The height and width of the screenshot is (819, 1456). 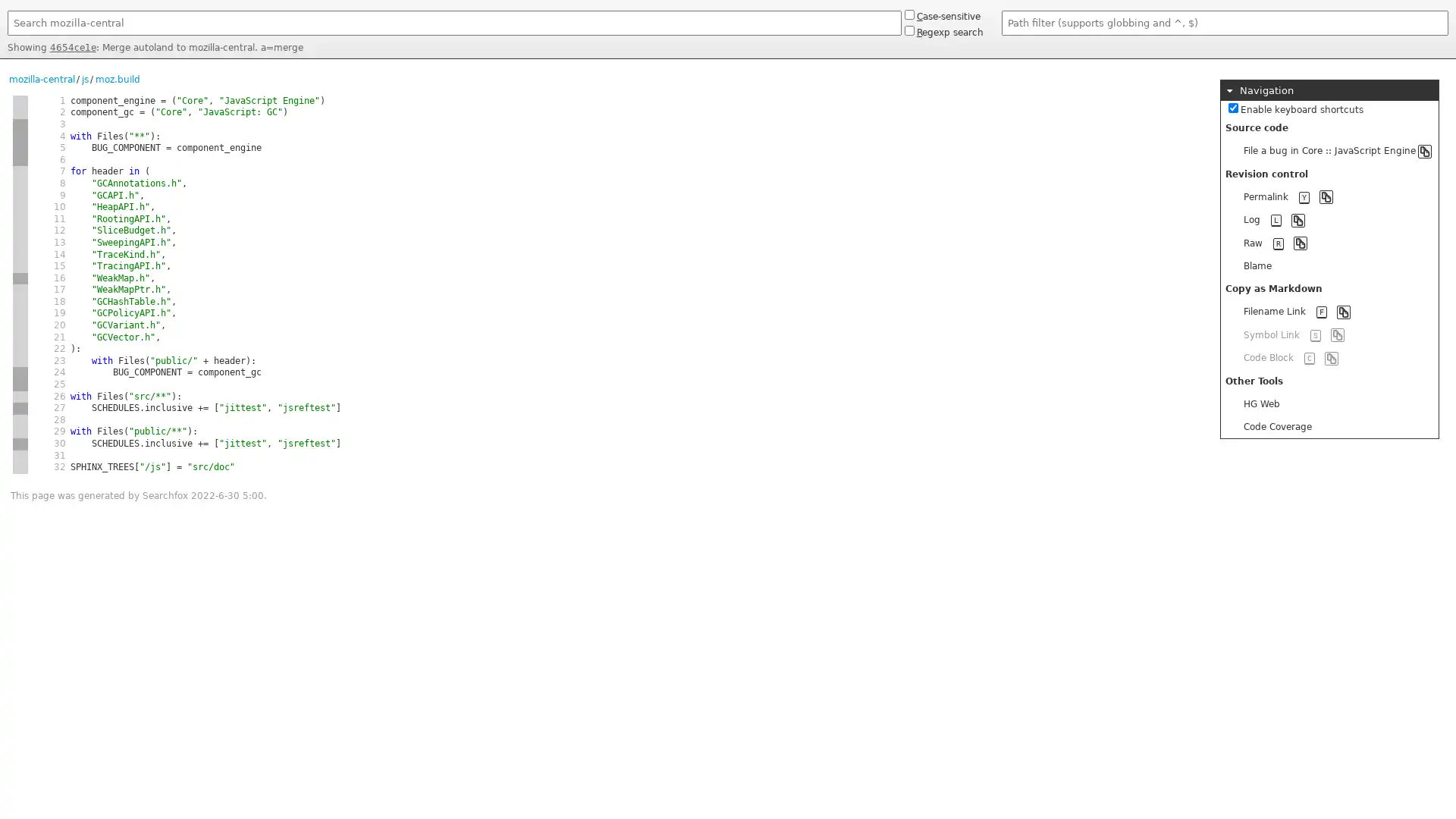 What do you see at coordinates (20, 349) in the screenshot?
I see `same hash 1` at bounding box center [20, 349].